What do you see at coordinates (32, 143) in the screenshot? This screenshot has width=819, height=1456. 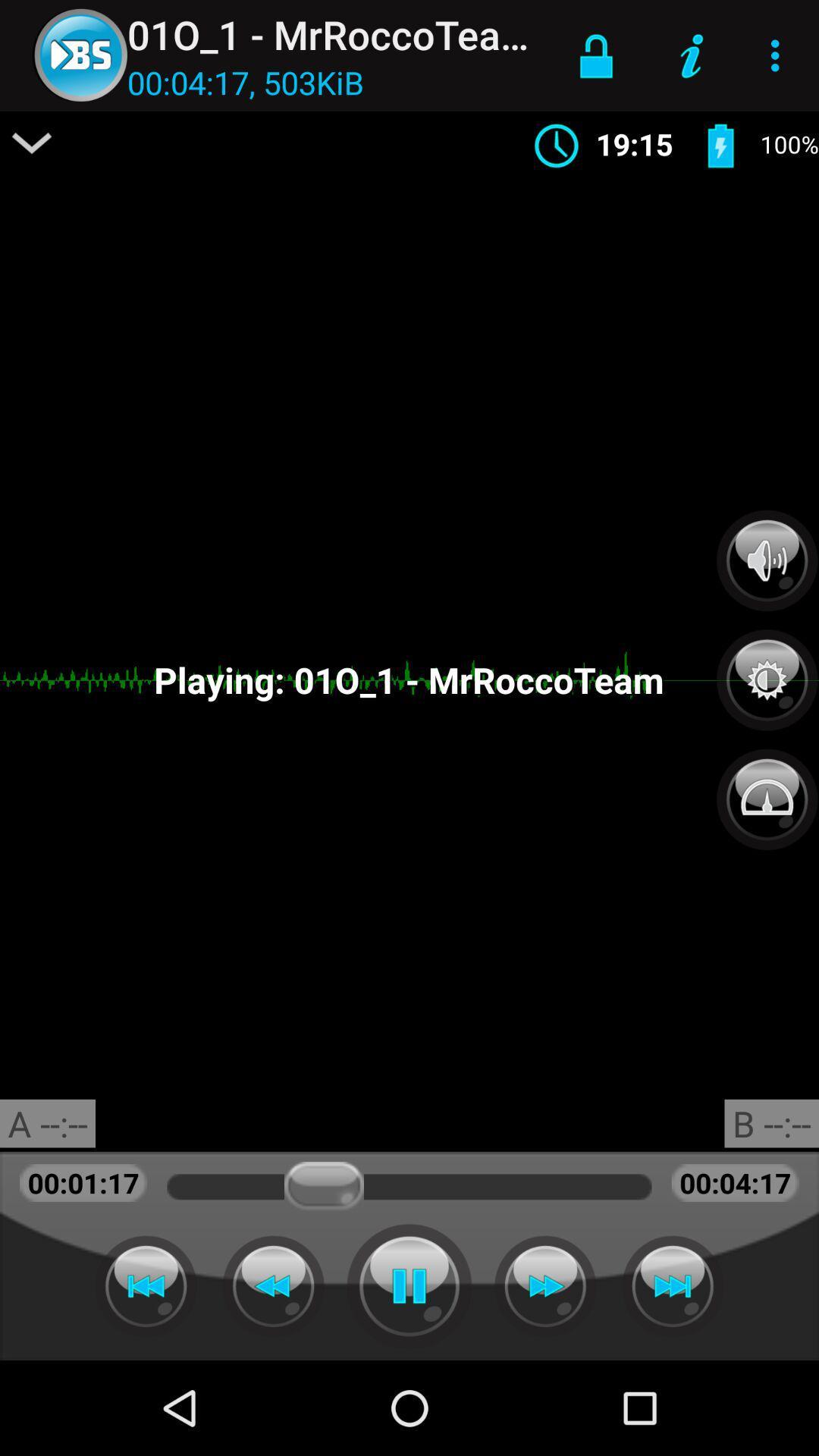 I see `the expand_more icon` at bounding box center [32, 143].